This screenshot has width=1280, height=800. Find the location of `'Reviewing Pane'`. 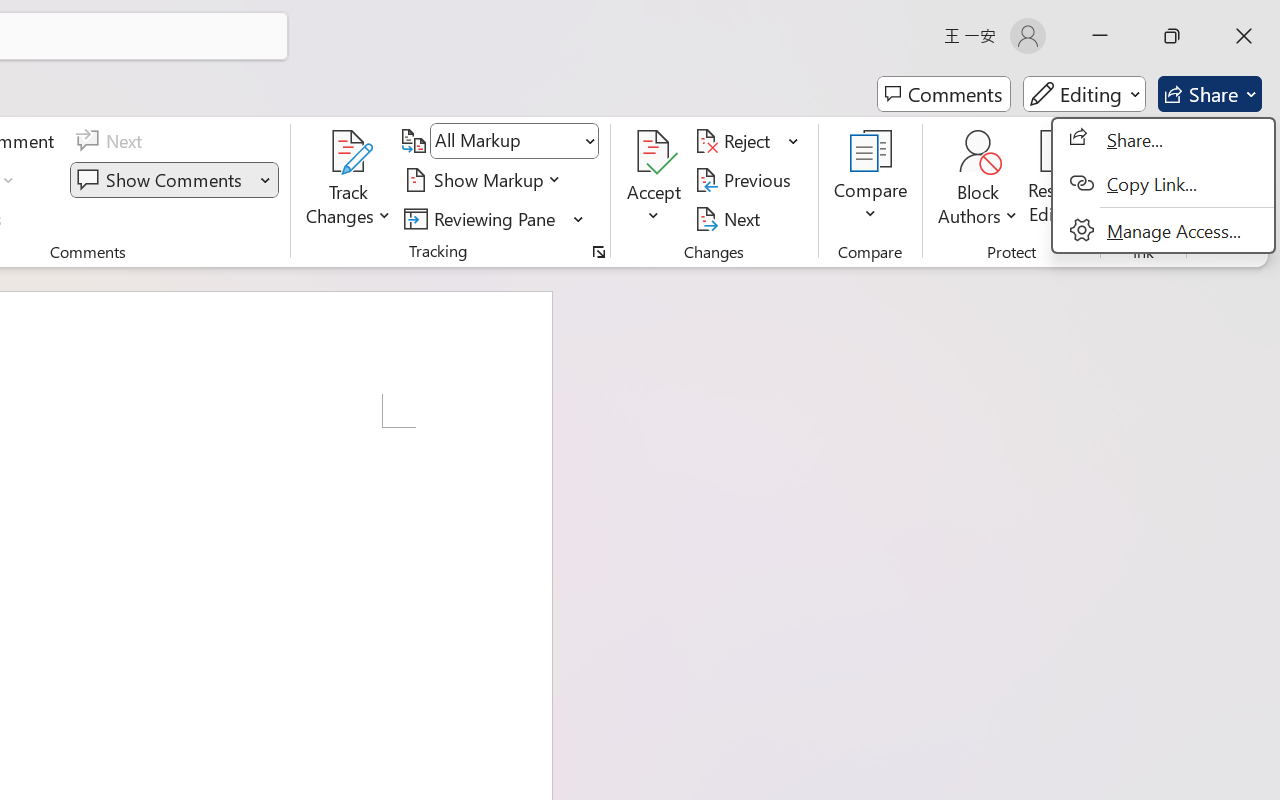

'Reviewing Pane' is located at coordinates (494, 218).